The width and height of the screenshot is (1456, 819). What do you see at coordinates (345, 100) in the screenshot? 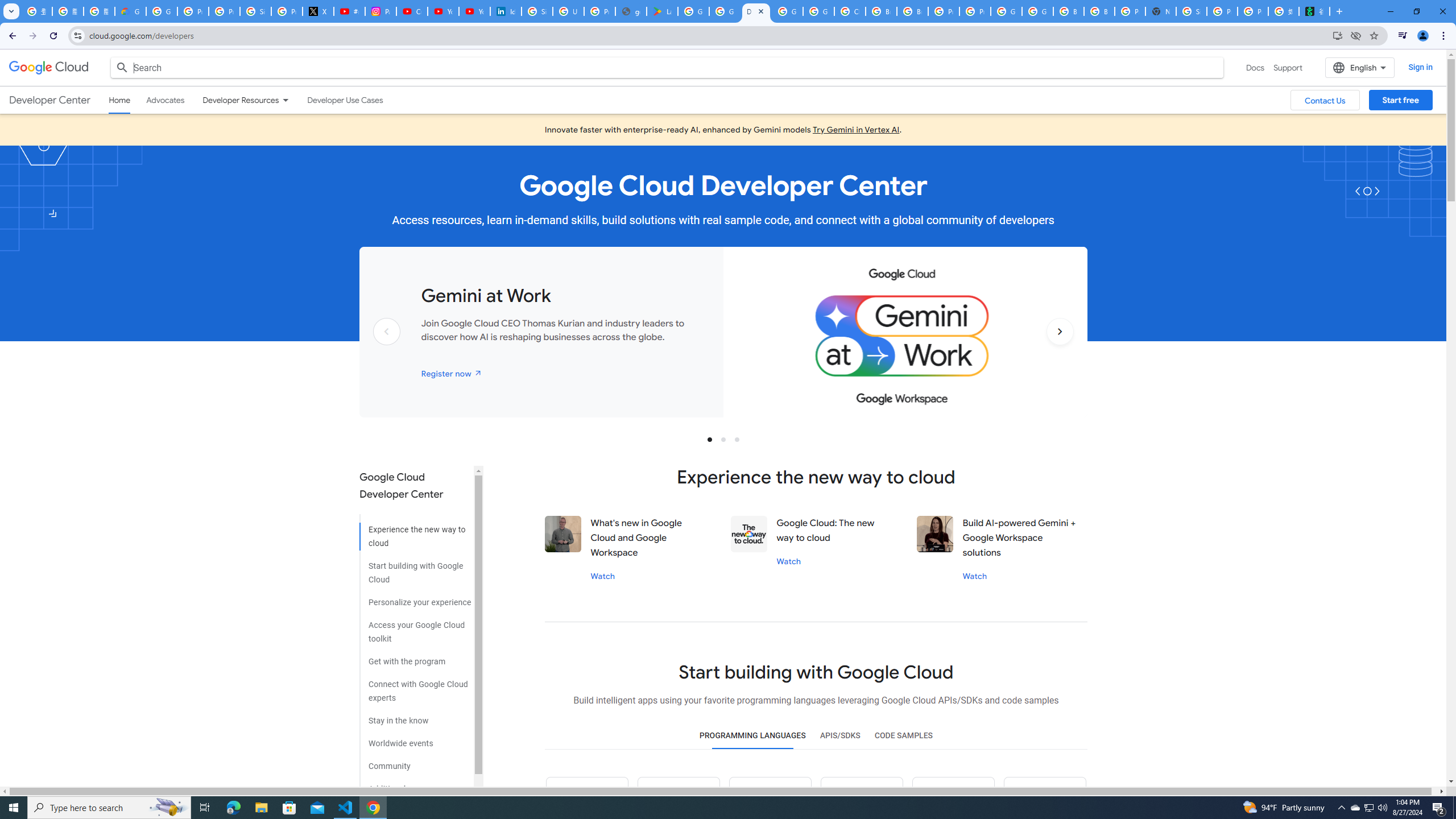
I see `'Developer Use Cases'` at bounding box center [345, 100].